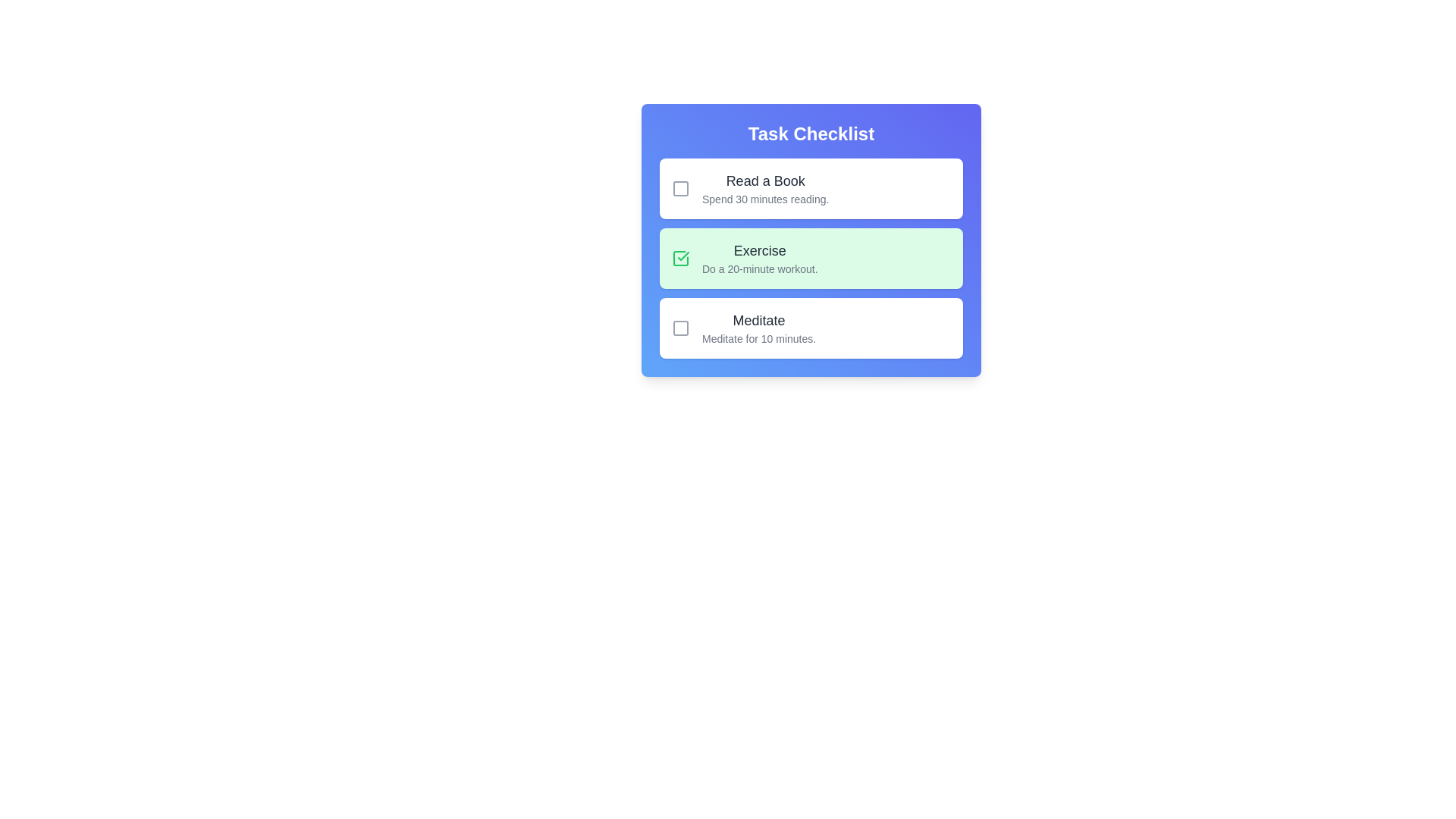 The height and width of the screenshot is (819, 1456). Describe the element at coordinates (679, 257) in the screenshot. I see `the checkbox icon for task Exercise to determine its completion status` at that location.